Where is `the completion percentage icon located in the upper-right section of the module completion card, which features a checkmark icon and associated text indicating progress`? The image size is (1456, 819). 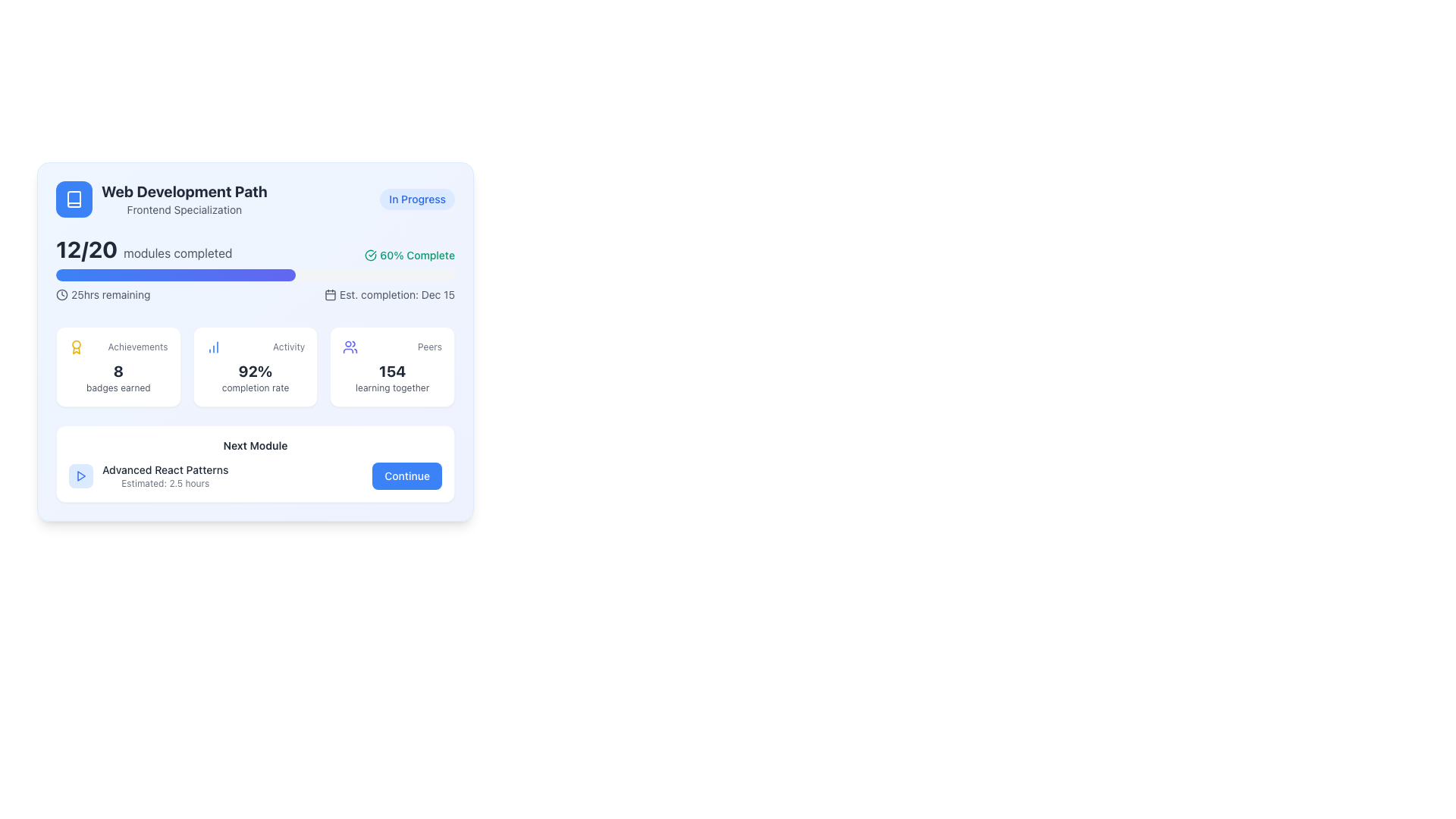 the completion percentage icon located in the upper-right section of the module completion card, which features a checkmark icon and associated text indicating progress is located at coordinates (409, 254).